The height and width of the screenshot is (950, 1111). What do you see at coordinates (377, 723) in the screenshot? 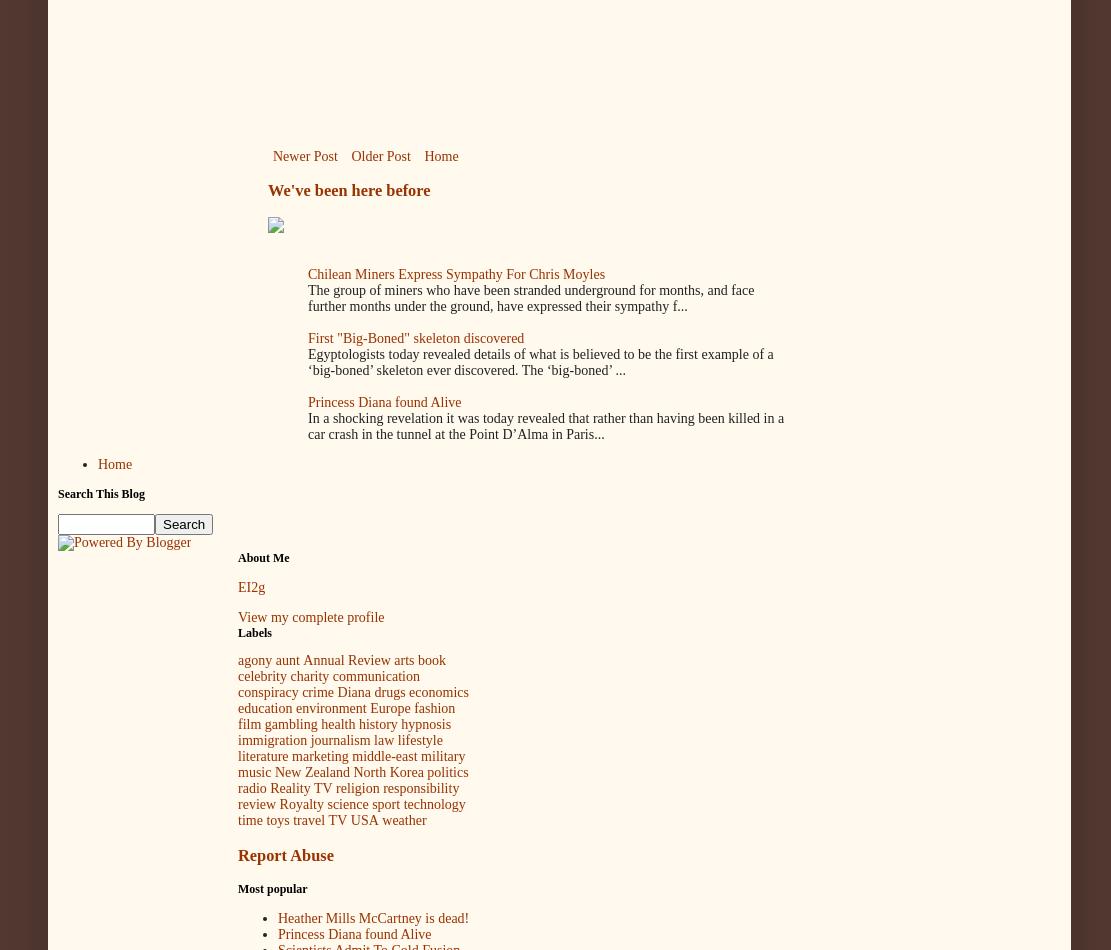
I see `'history'` at bounding box center [377, 723].